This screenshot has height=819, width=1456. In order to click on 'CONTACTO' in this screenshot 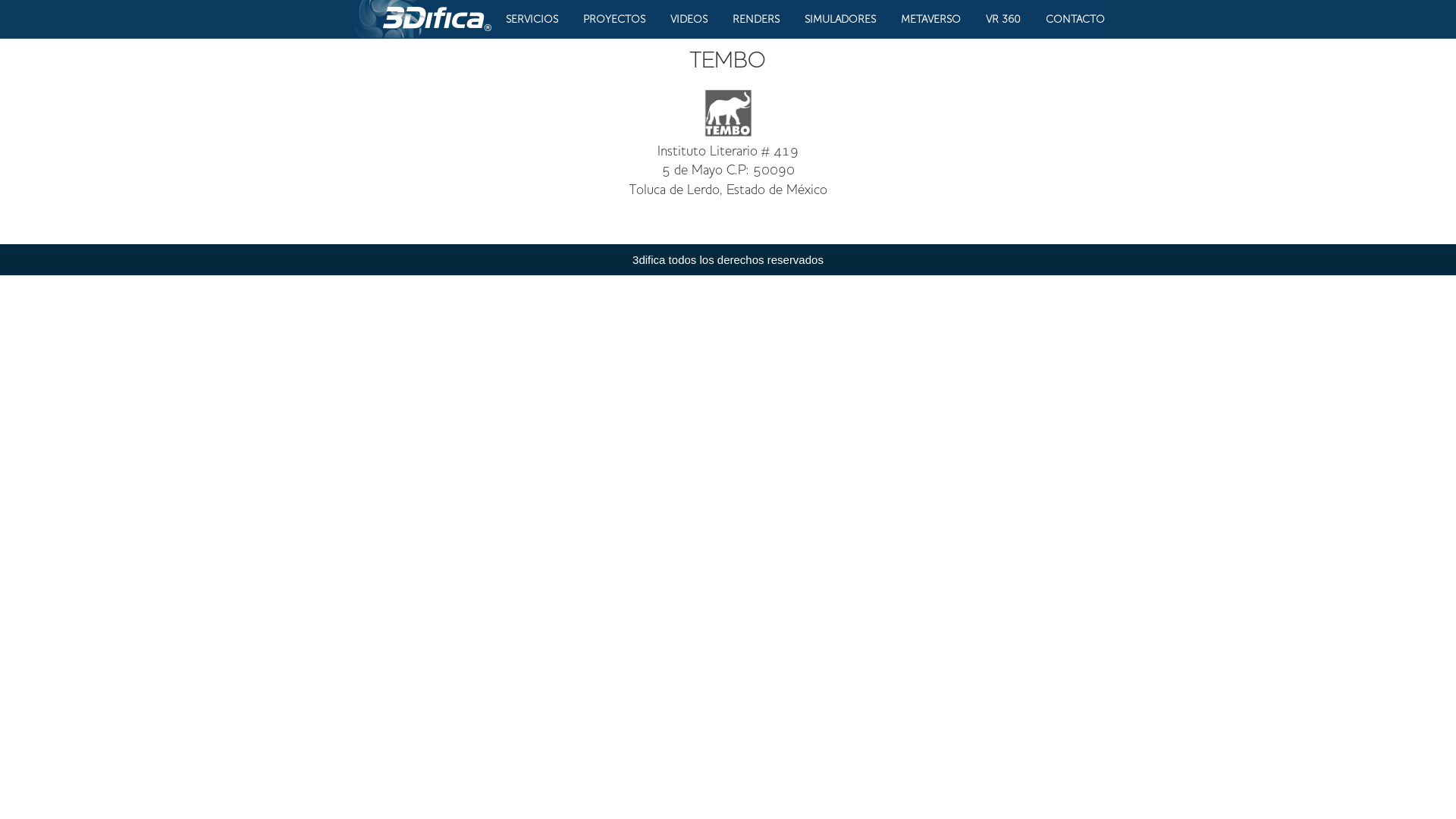, I will do `click(1074, 20)`.